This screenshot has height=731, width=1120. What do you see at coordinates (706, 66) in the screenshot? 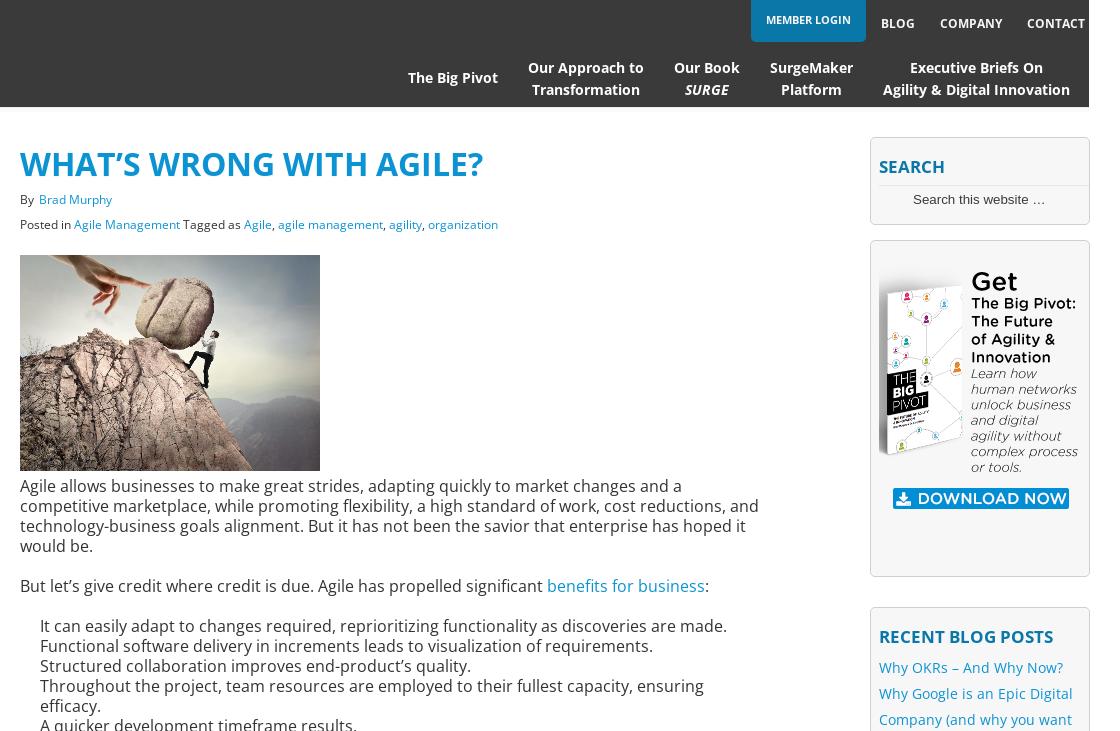
I see `'Our Book'` at bounding box center [706, 66].